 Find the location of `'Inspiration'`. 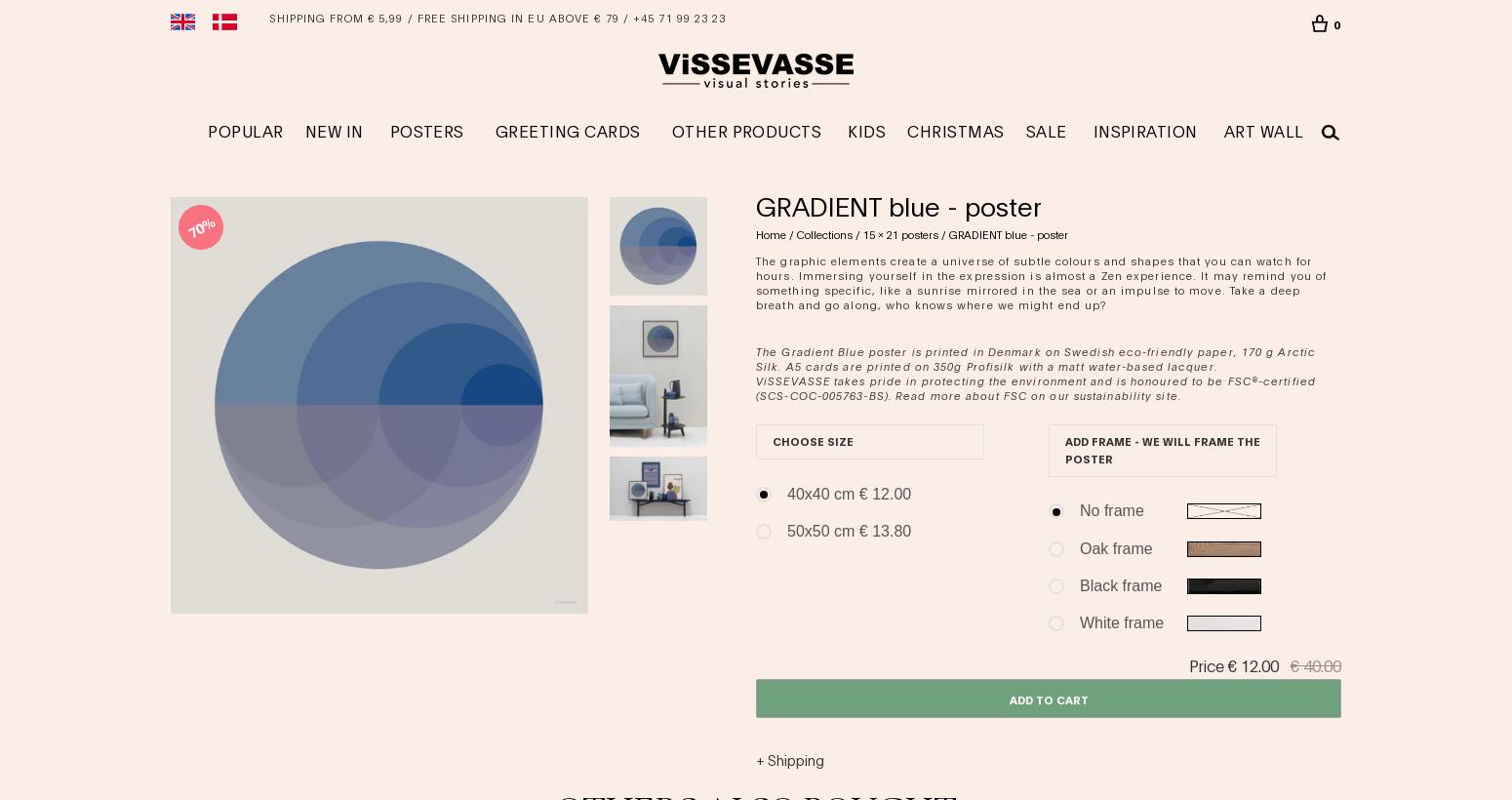

'Inspiration' is located at coordinates (1092, 129).